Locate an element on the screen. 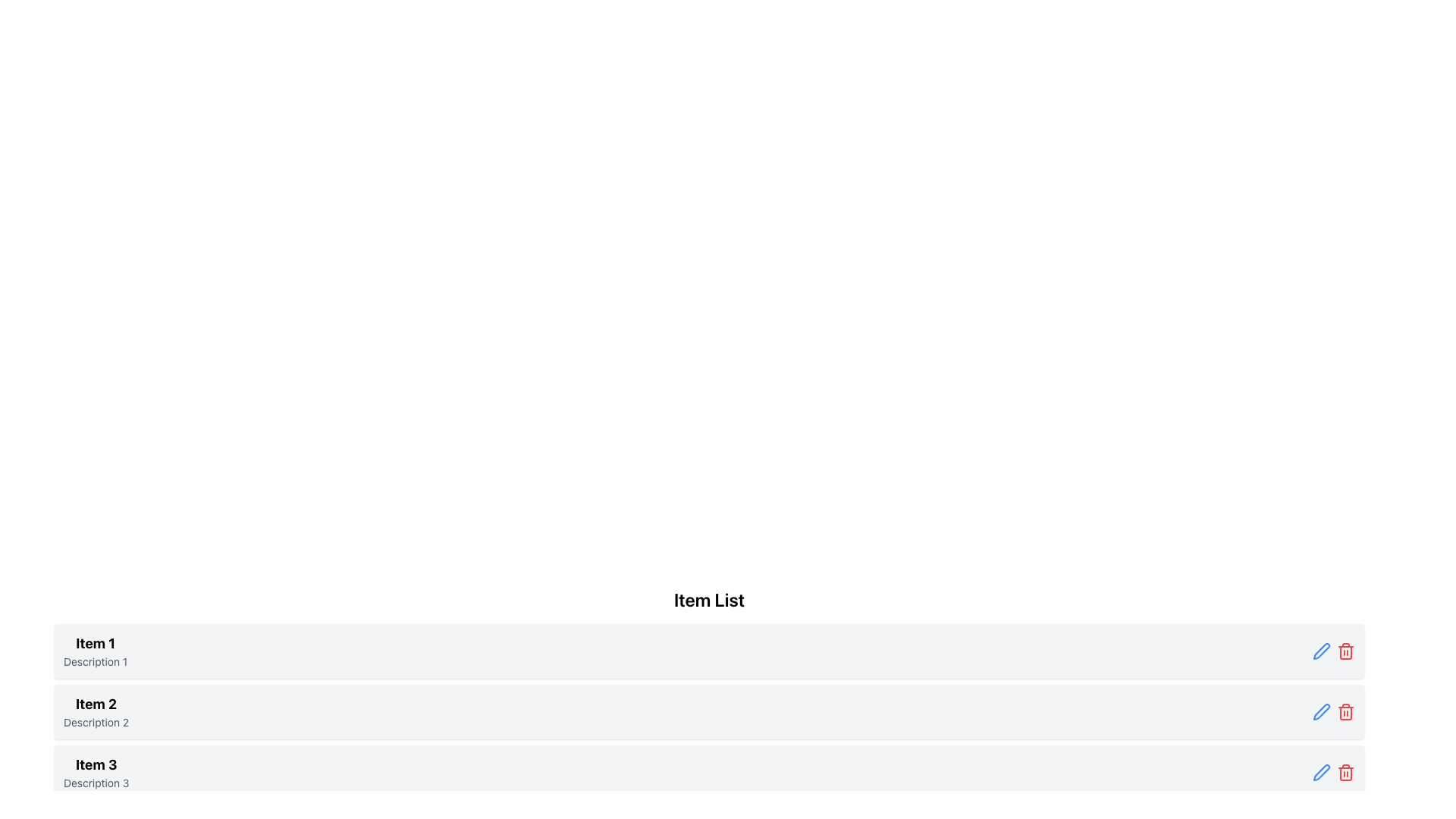 Image resolution: width=1456 pixels, height=819 pixels. the delete button located at the right end of the third list item, which is grouped with other icons including a blue edit pencil icon, using keyboard navigation is located at coordinates (1346, 711).